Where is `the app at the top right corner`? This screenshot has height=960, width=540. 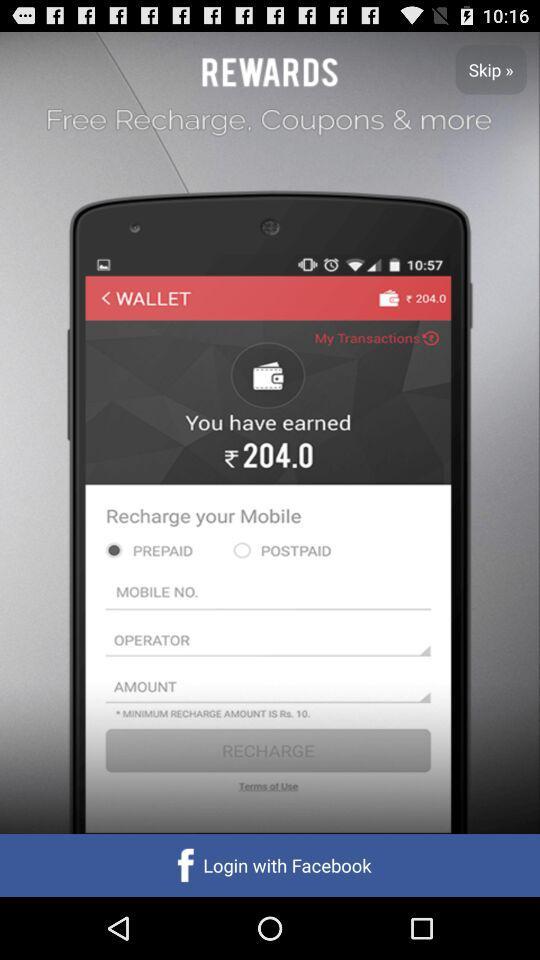 the app at the top right corner is located at coordinates (490, 69).